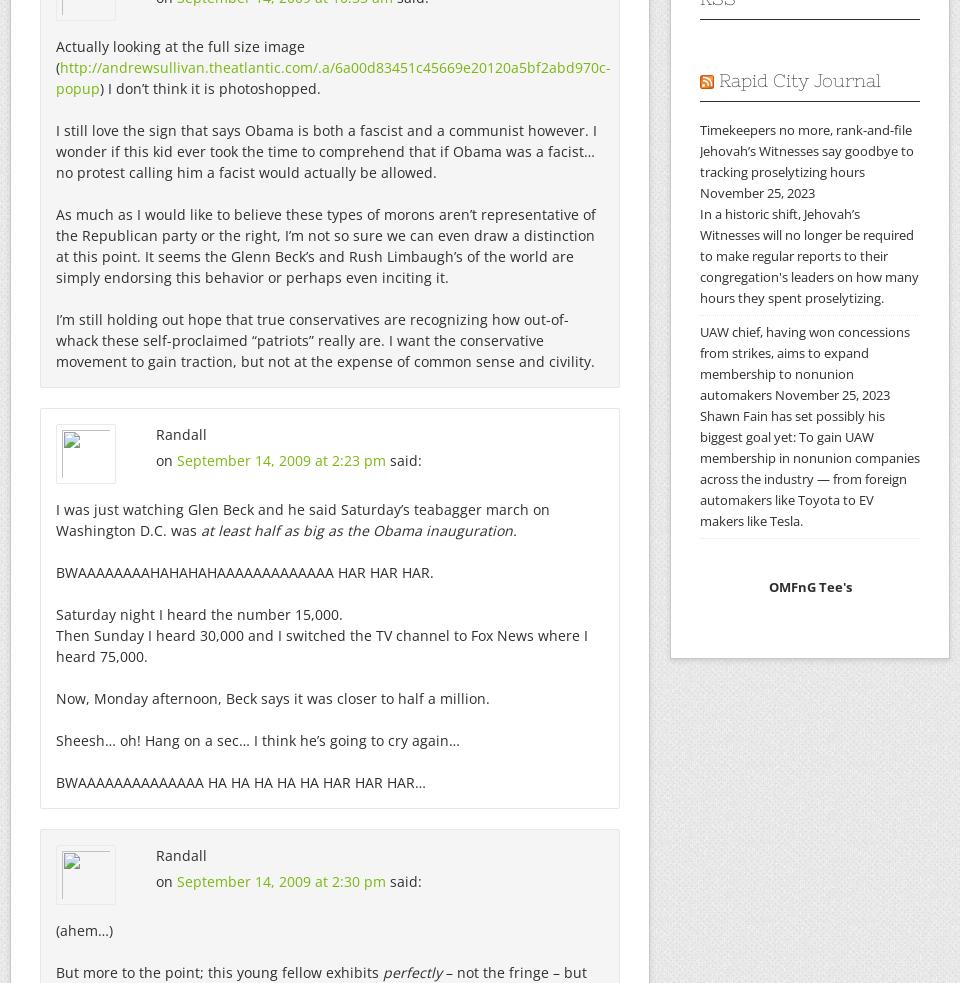  What do you see at coordinates (321, 646) in the screenshot?
I see `'Then Sunday I heard 30,000 and I switched the TV channel to Fox News where I heard 75,000.'` at bounding box center [321, 646].